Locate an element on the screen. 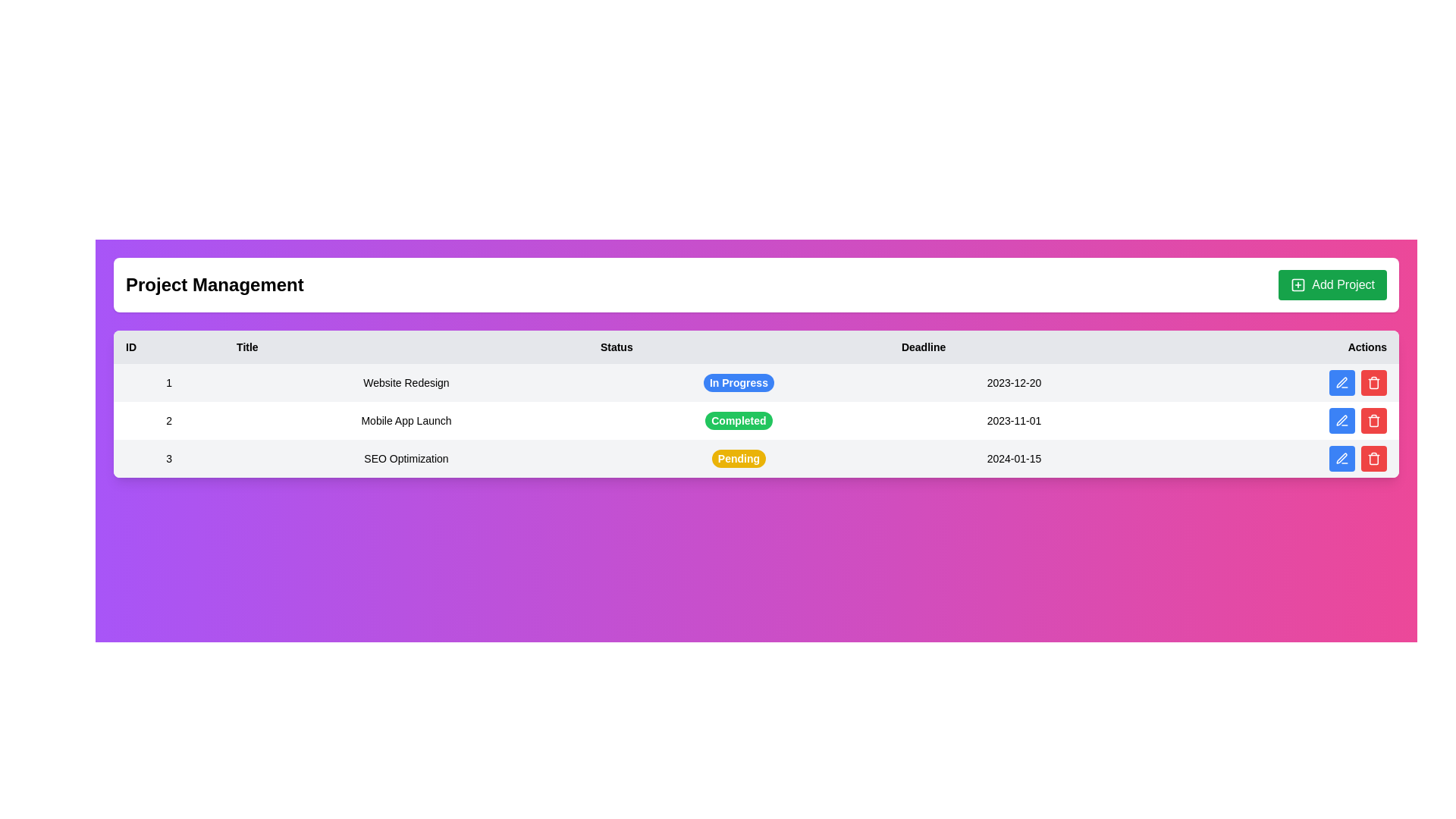 This screenshot has width=1456, height=819. the '+' icon within the 'Add Project' button located at the top-right corner of the interface is located at coordinates (1298, 284).